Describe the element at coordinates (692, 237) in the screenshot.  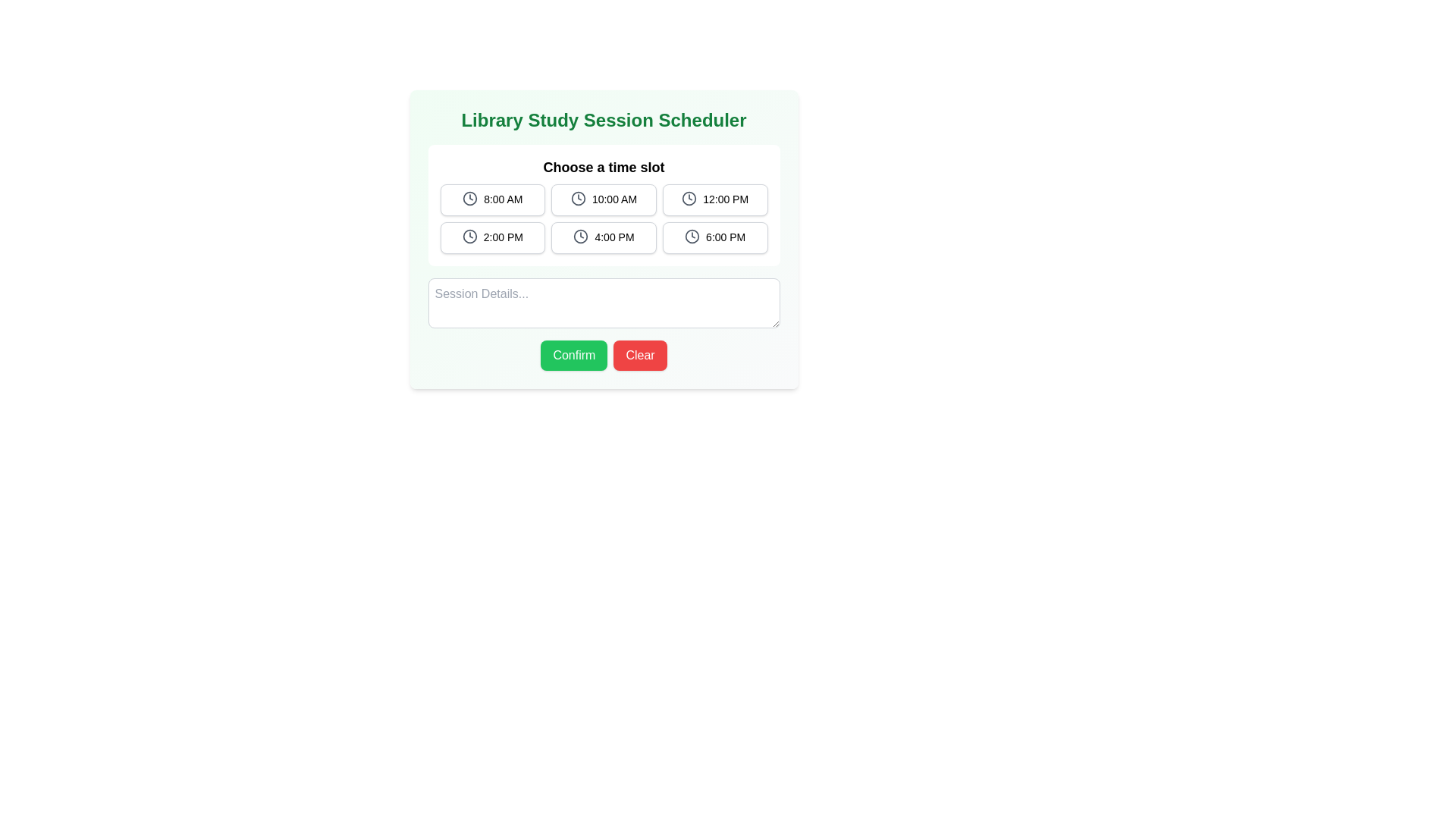
I see `the clock icon within the sixth clickable time slot in the 'Choose a time slot' section, which is styled with a thin border and has hands pointing towards 12 and 4` at that location.